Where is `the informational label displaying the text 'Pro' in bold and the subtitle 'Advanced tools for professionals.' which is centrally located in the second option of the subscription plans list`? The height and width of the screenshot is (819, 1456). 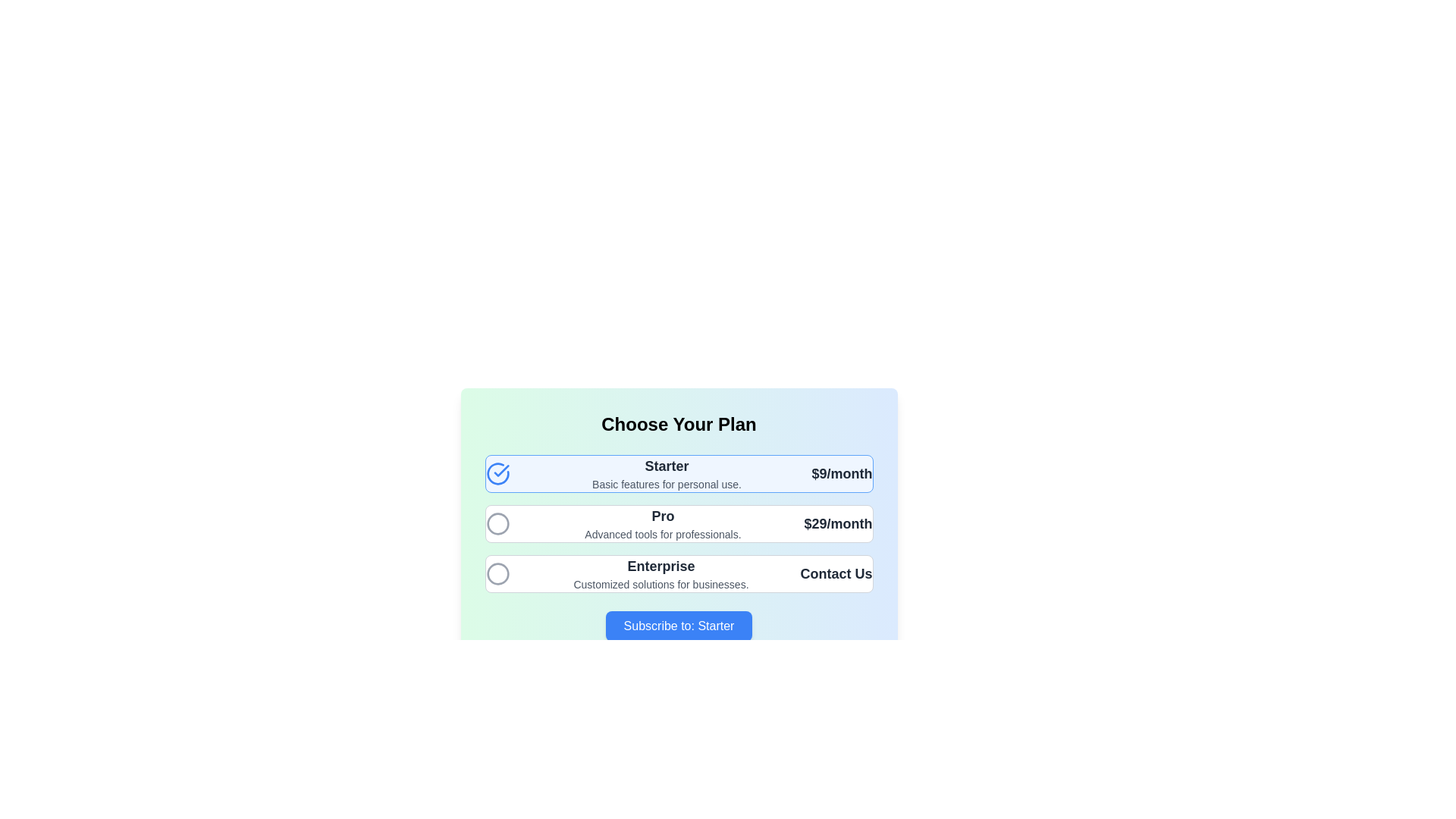
the informational label displaying the text 'Pro' in bold and the subtitle 'Advanced tools for professionals.' which is centrally located in the second option of the subscription plans list is located at coordinates (663, 522).